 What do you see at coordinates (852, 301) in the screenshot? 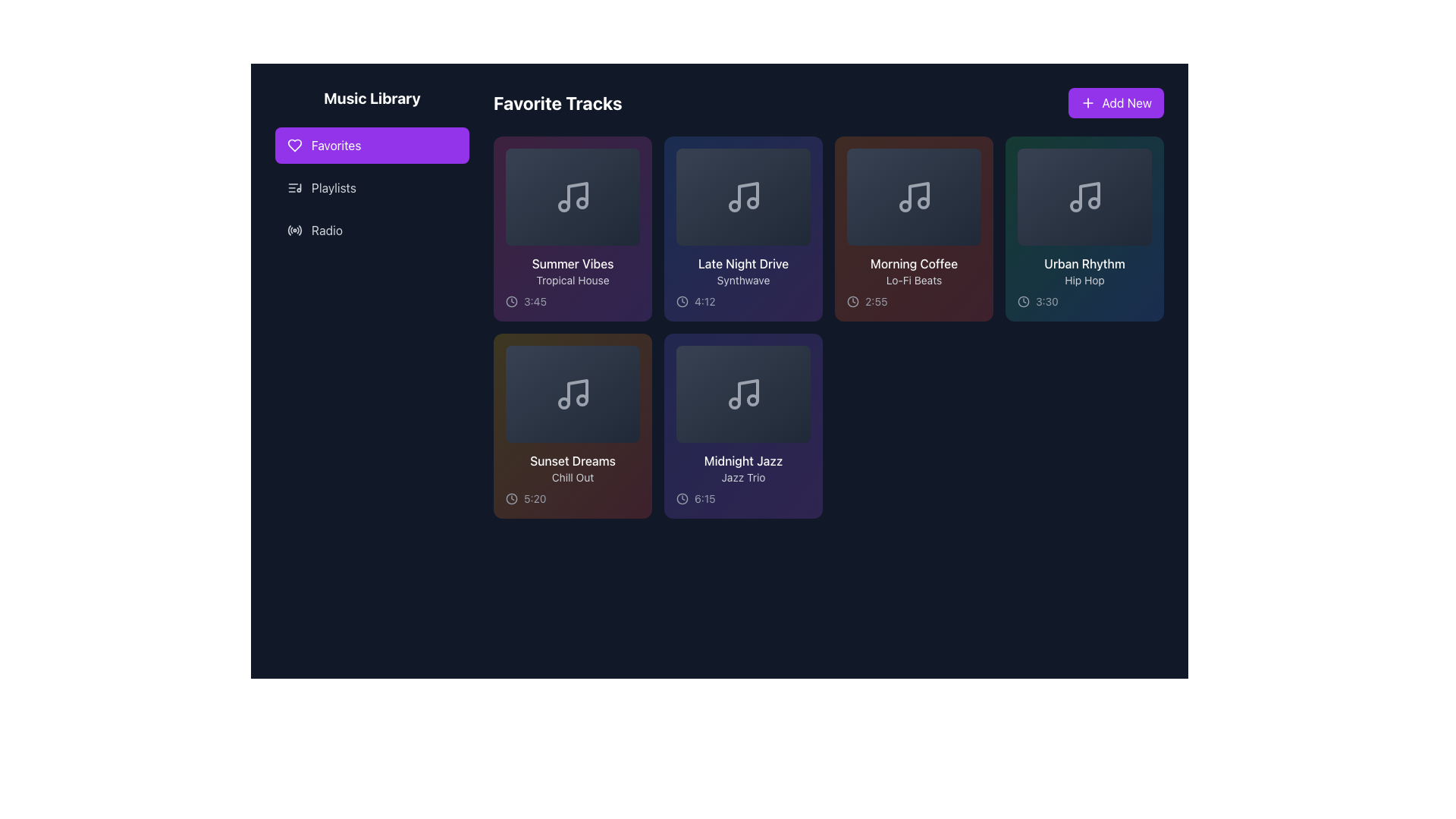
I see `the circular SVG element that serves as the base of the clock icon located in the corner of the 'Morning Coffee' card` at bounding box center [852, 301].